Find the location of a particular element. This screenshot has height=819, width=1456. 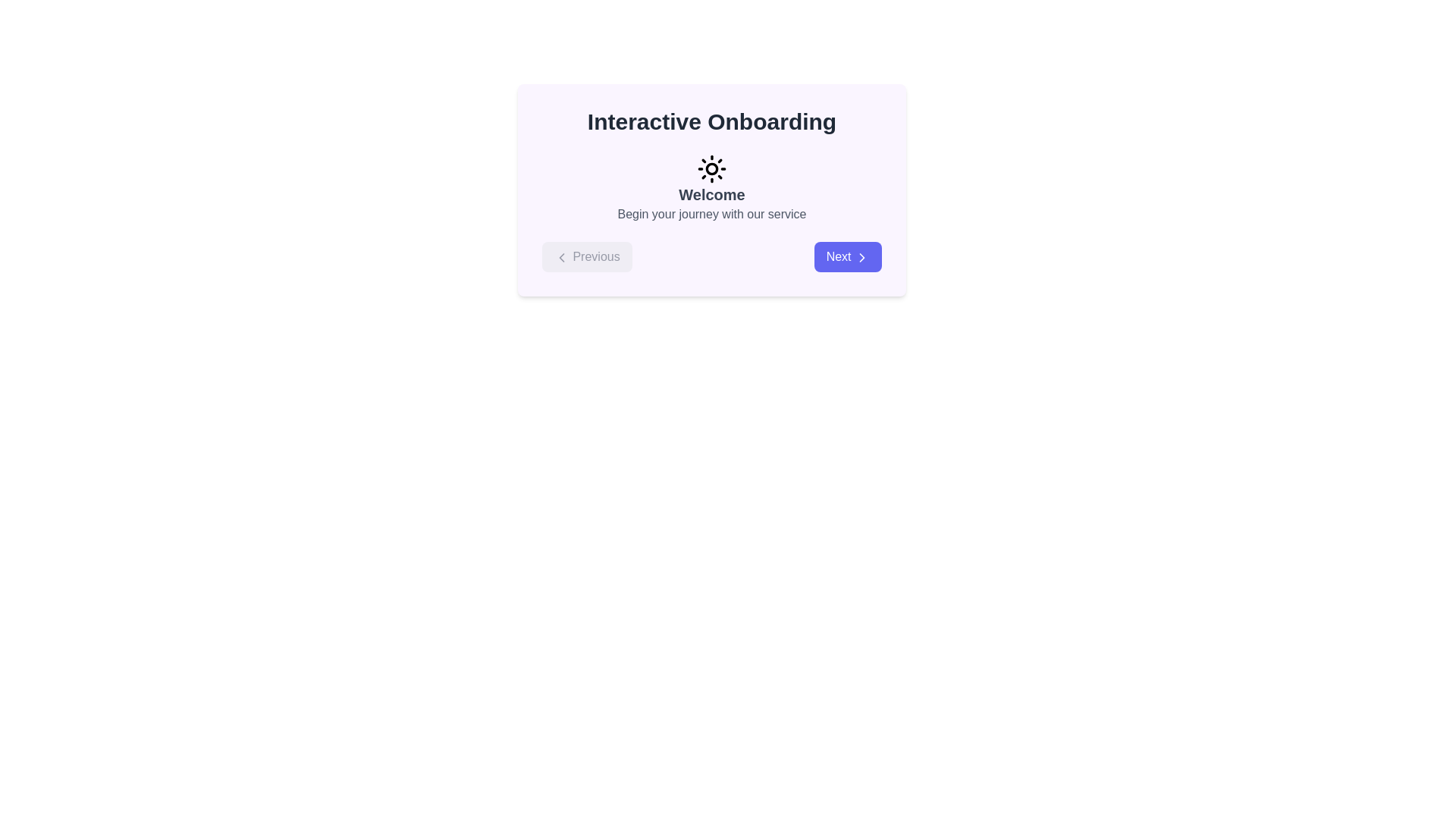

the static text element that provides additional context to the header 'Welcome', positioned directly underneath it within the 'Interactive Onboarding' box is located at coordinates (711, 214).